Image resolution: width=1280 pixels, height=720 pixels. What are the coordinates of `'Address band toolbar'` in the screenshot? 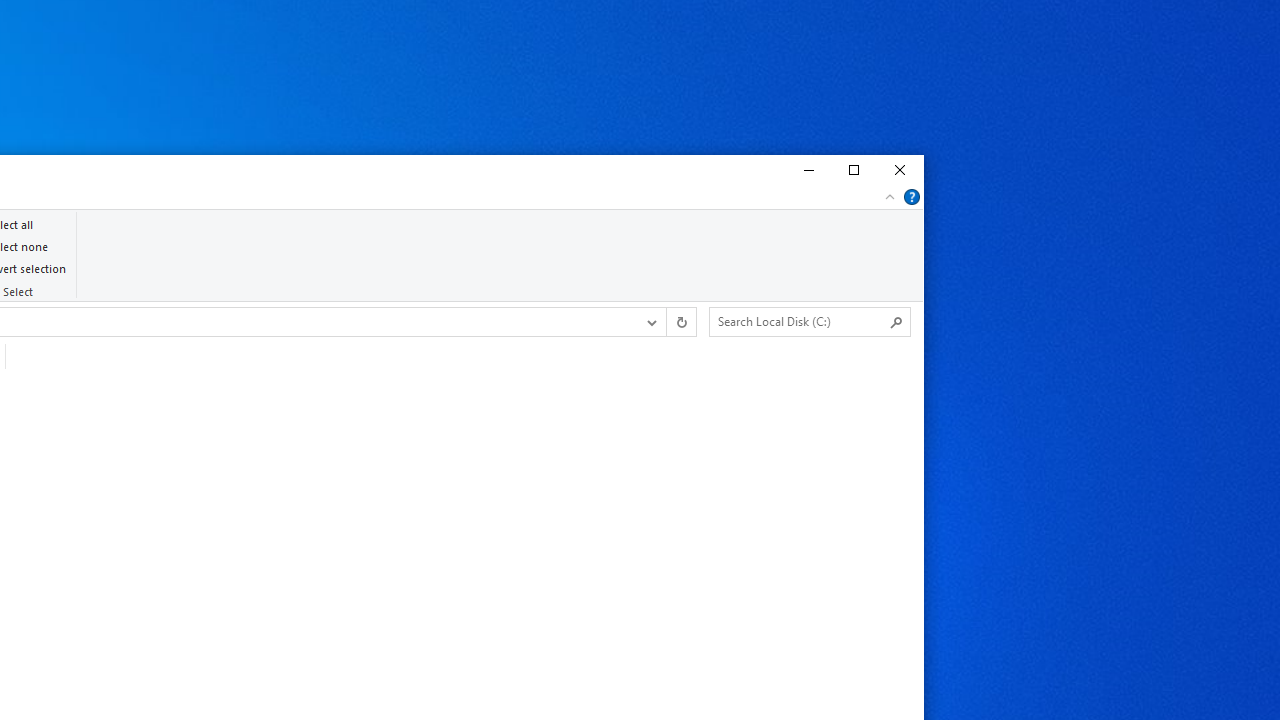 It's located at (666, 320).